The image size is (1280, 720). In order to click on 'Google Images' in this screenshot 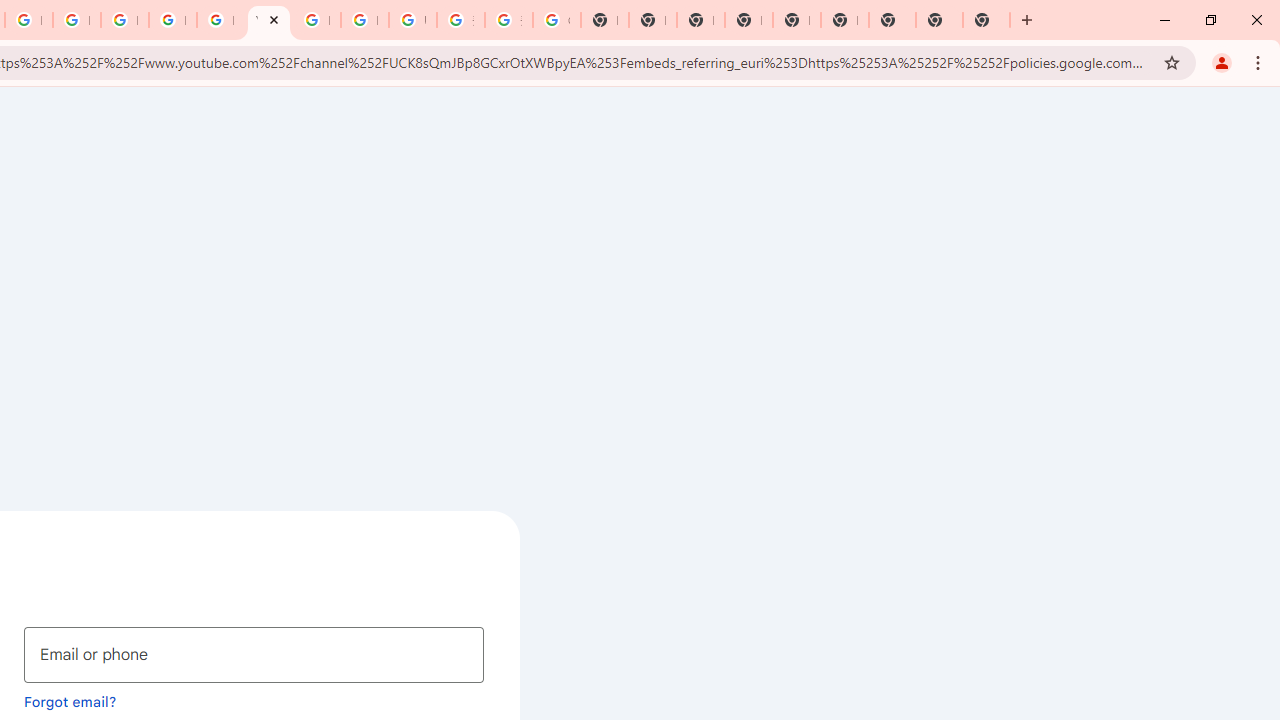, I will do `click(556, 20)`.